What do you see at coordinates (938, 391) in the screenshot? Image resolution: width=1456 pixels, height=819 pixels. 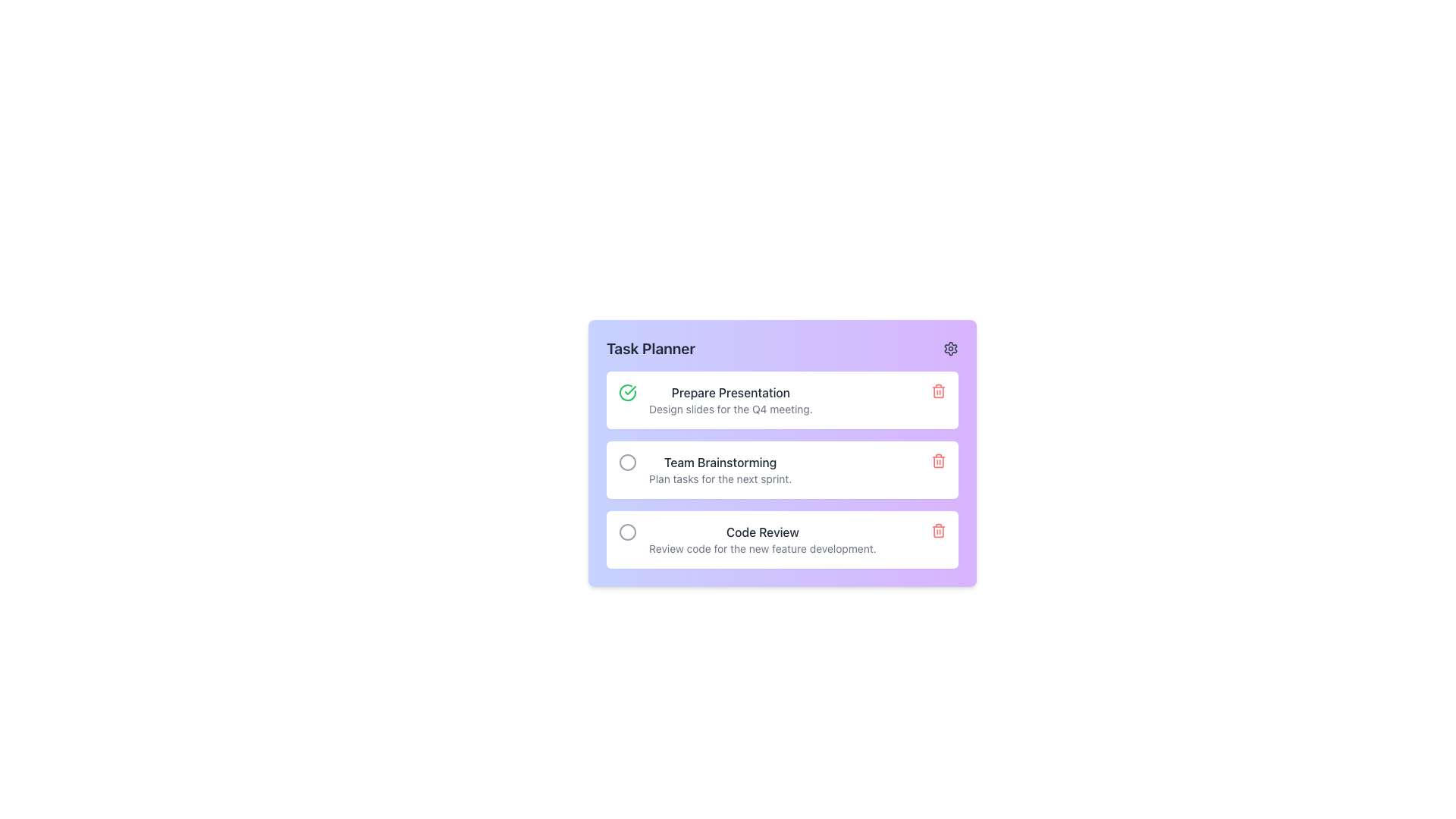 I see `the delete icon located at the far right of the 'Prepare Presentation' task card` at bounding box center [938, 391].